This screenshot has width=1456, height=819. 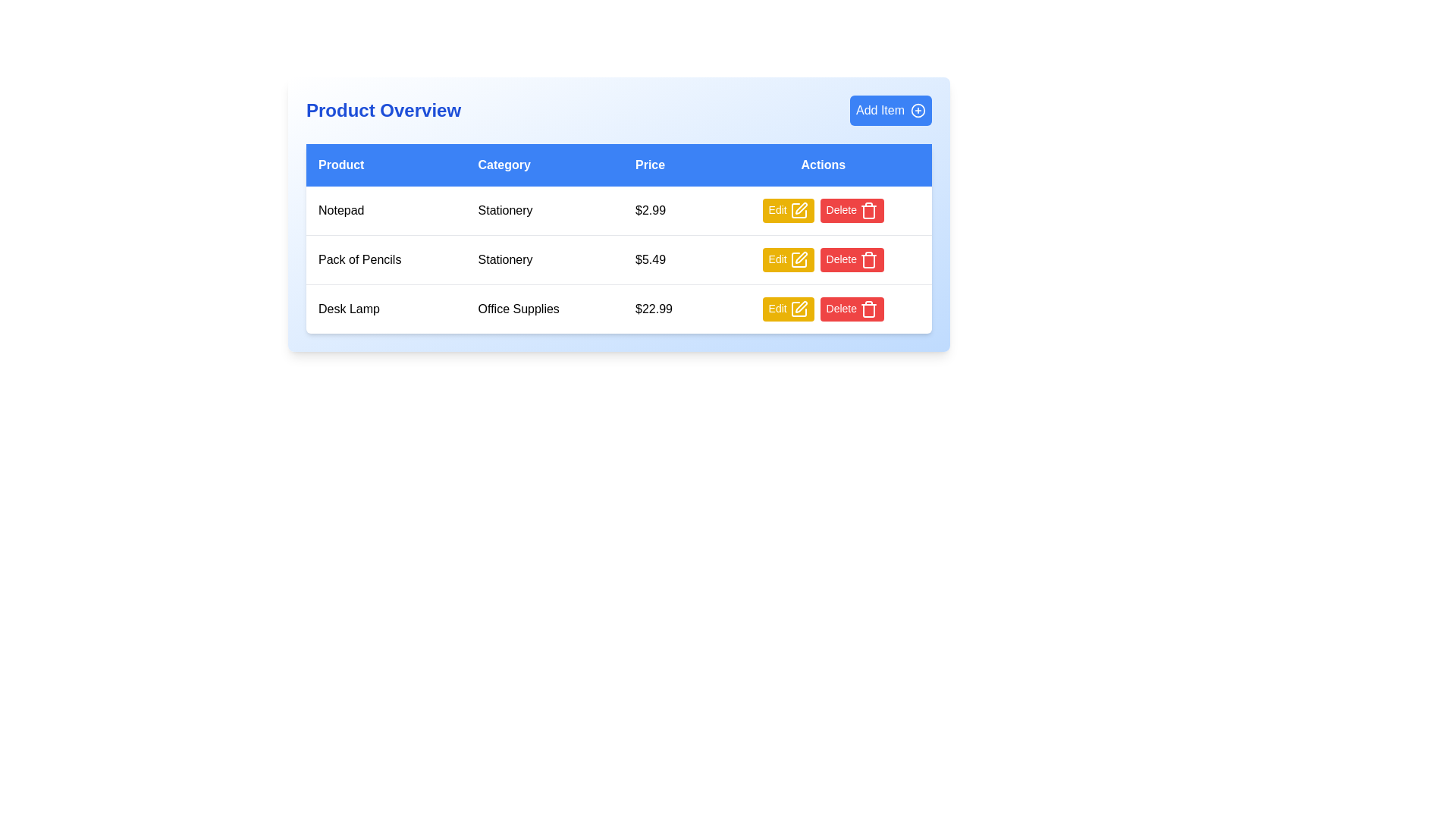 What do you see at coordinates (798, 210) in the screenshot?
I see `the icon within the yellow 'Edit' button located in the second row of the 'Actions' column in the grid layout` at bounding box center [798, 210].